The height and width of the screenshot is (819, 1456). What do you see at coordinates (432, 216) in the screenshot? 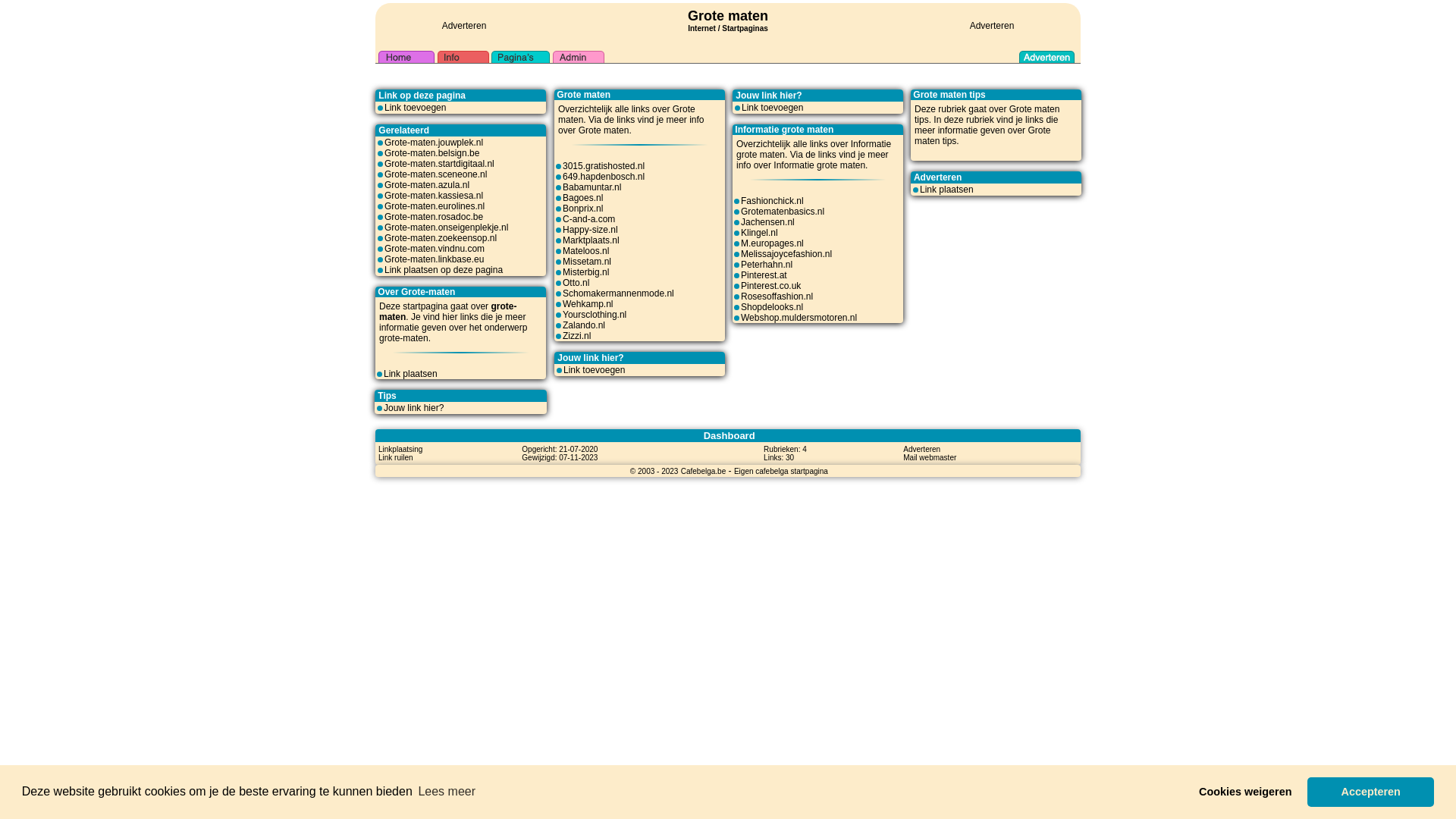
I see `'Grote-maten.rosadoc.be'` at bounding box center [432, 216].